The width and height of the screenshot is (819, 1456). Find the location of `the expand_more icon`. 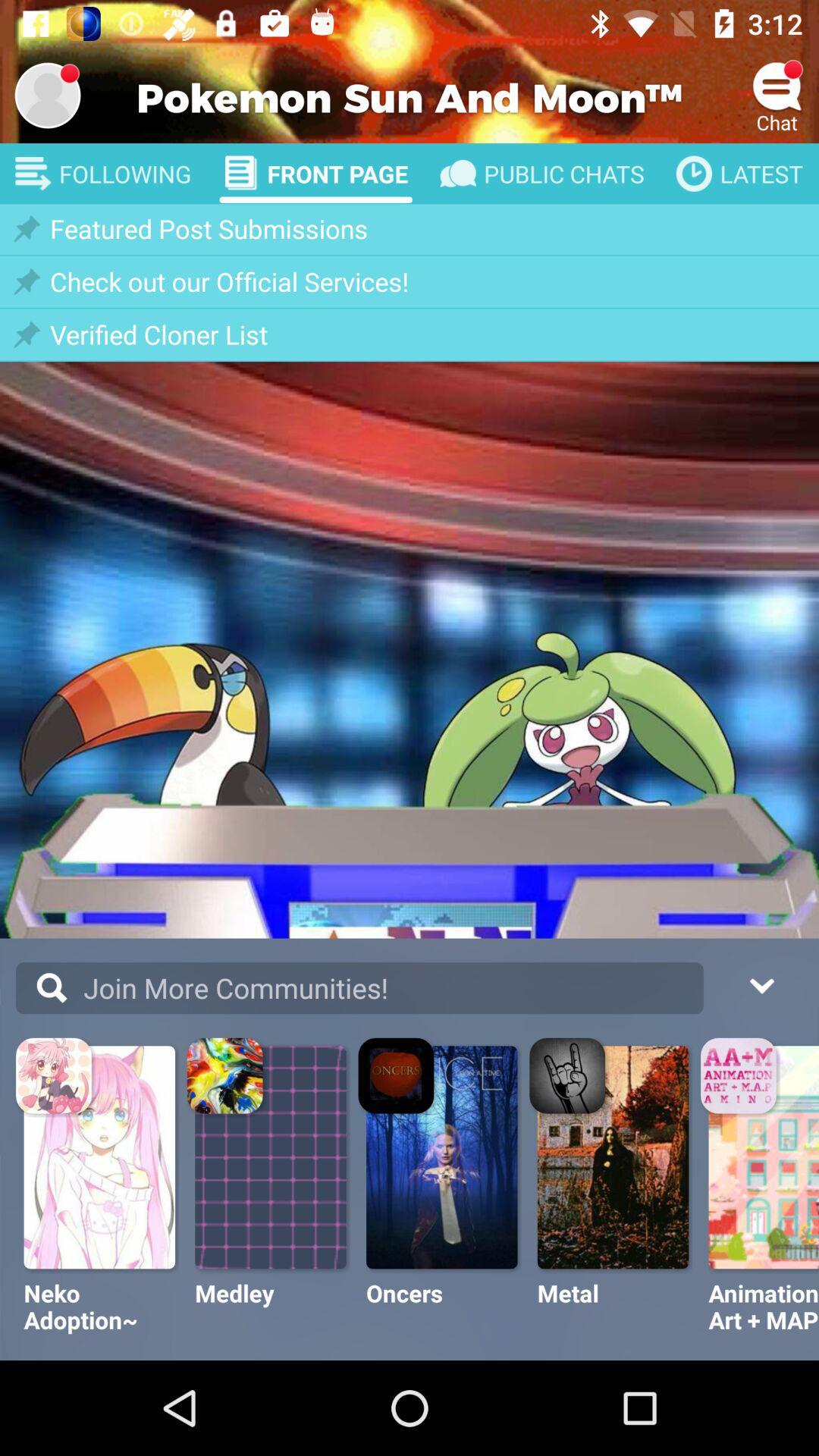

the expand_more icon is located at coordinates (761, 984).